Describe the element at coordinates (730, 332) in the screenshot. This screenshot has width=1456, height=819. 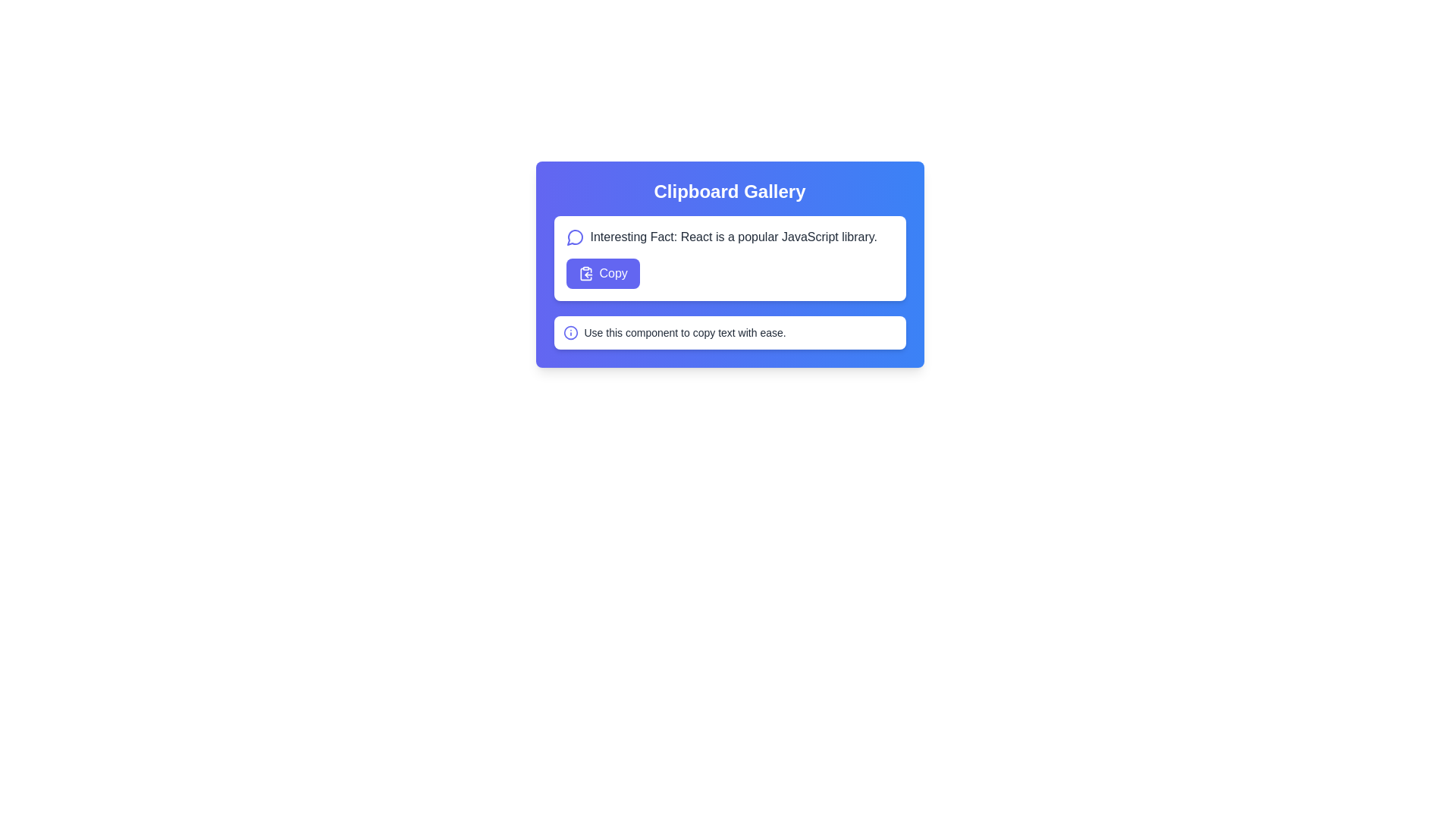
I see `informational text panel containing the message 'Use this component to copy text with ease.' located at the bottom of the 'Clipboard Gallery' card` at that location.